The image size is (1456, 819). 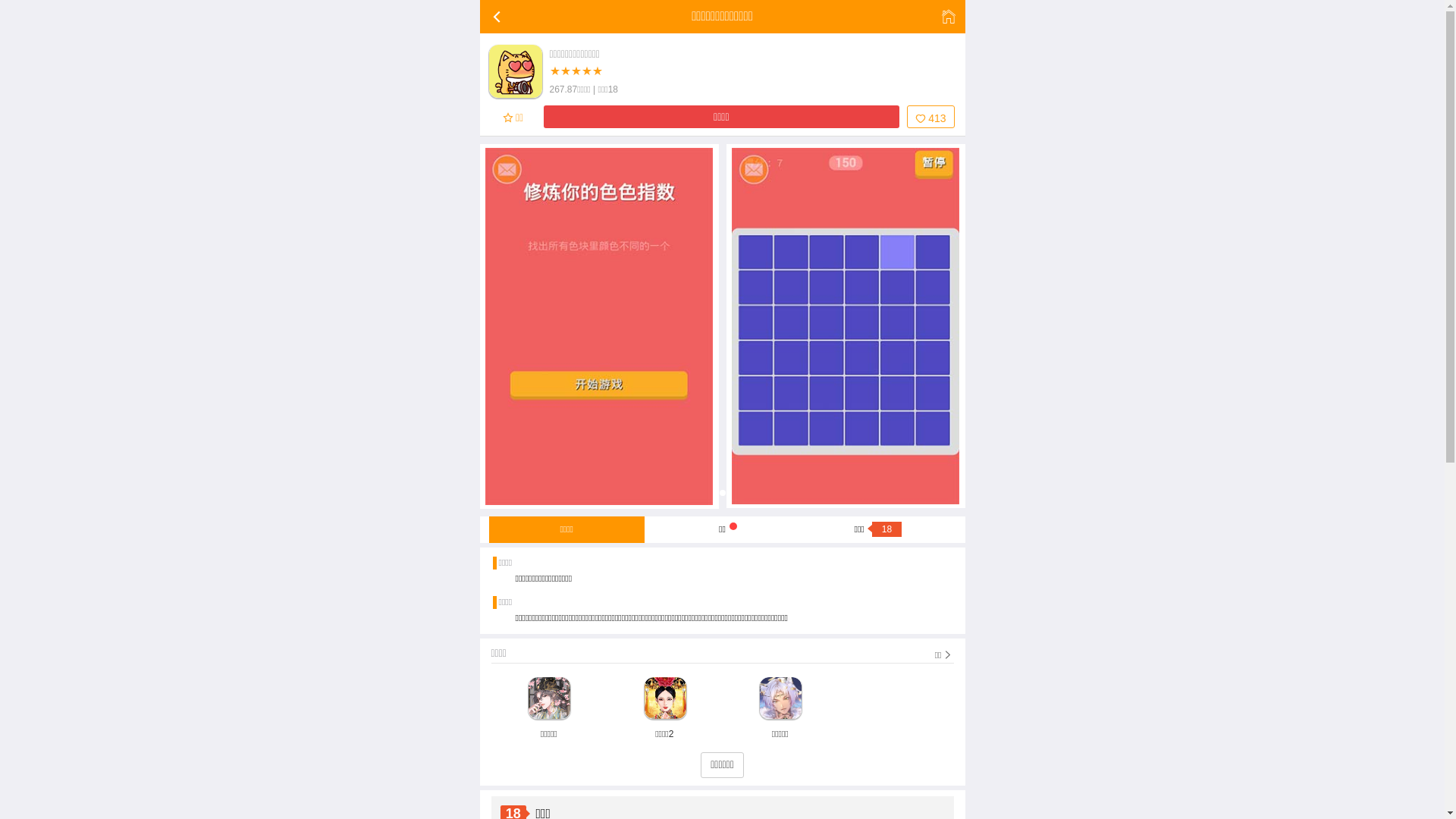 What do you see at coordinates (930, 116) in the screenshot?
I see `'413'` at bounding box center [930, 116].